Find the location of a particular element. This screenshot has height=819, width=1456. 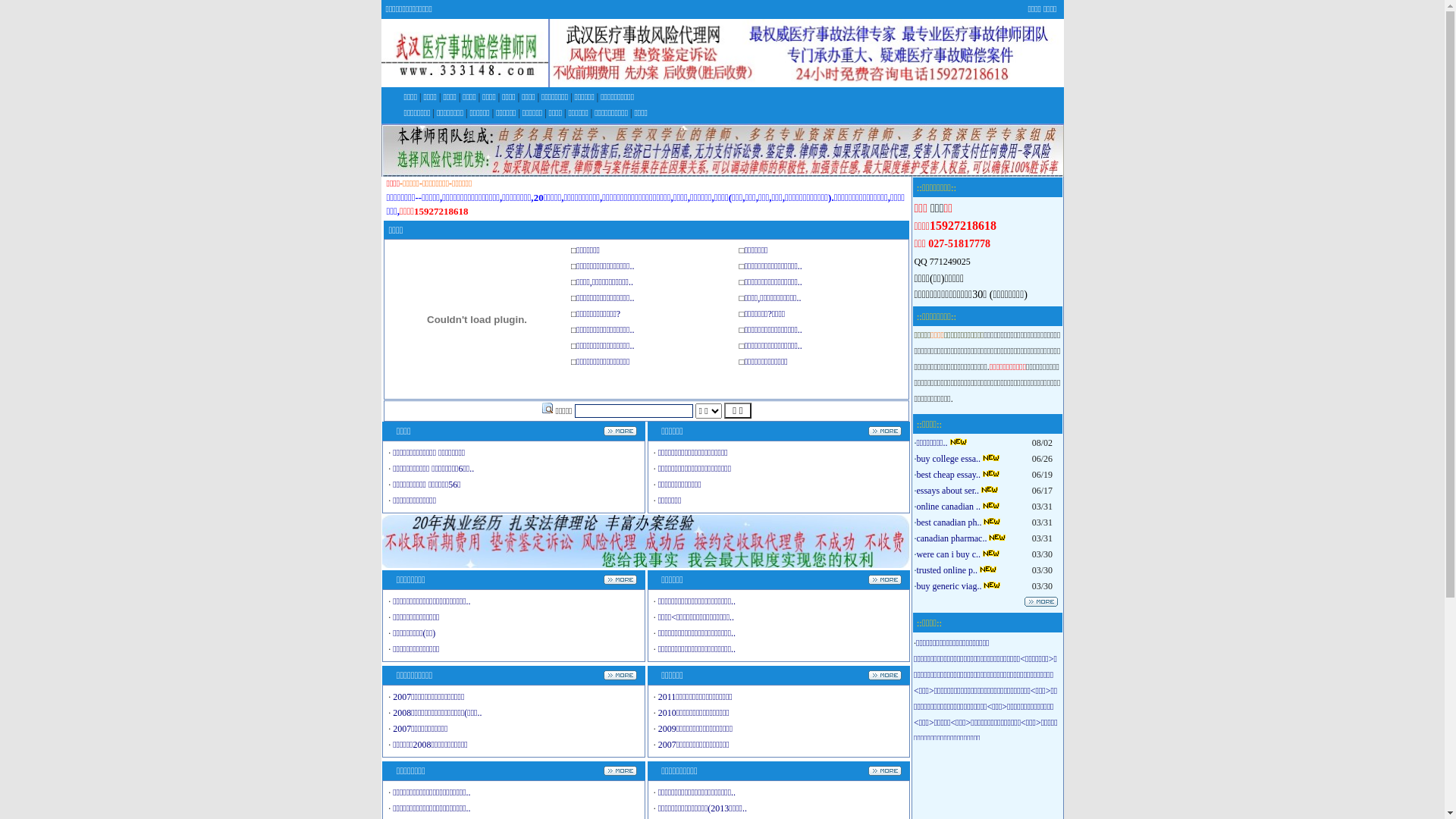

'were can i buy c..' is located at coordinates (947, 554).